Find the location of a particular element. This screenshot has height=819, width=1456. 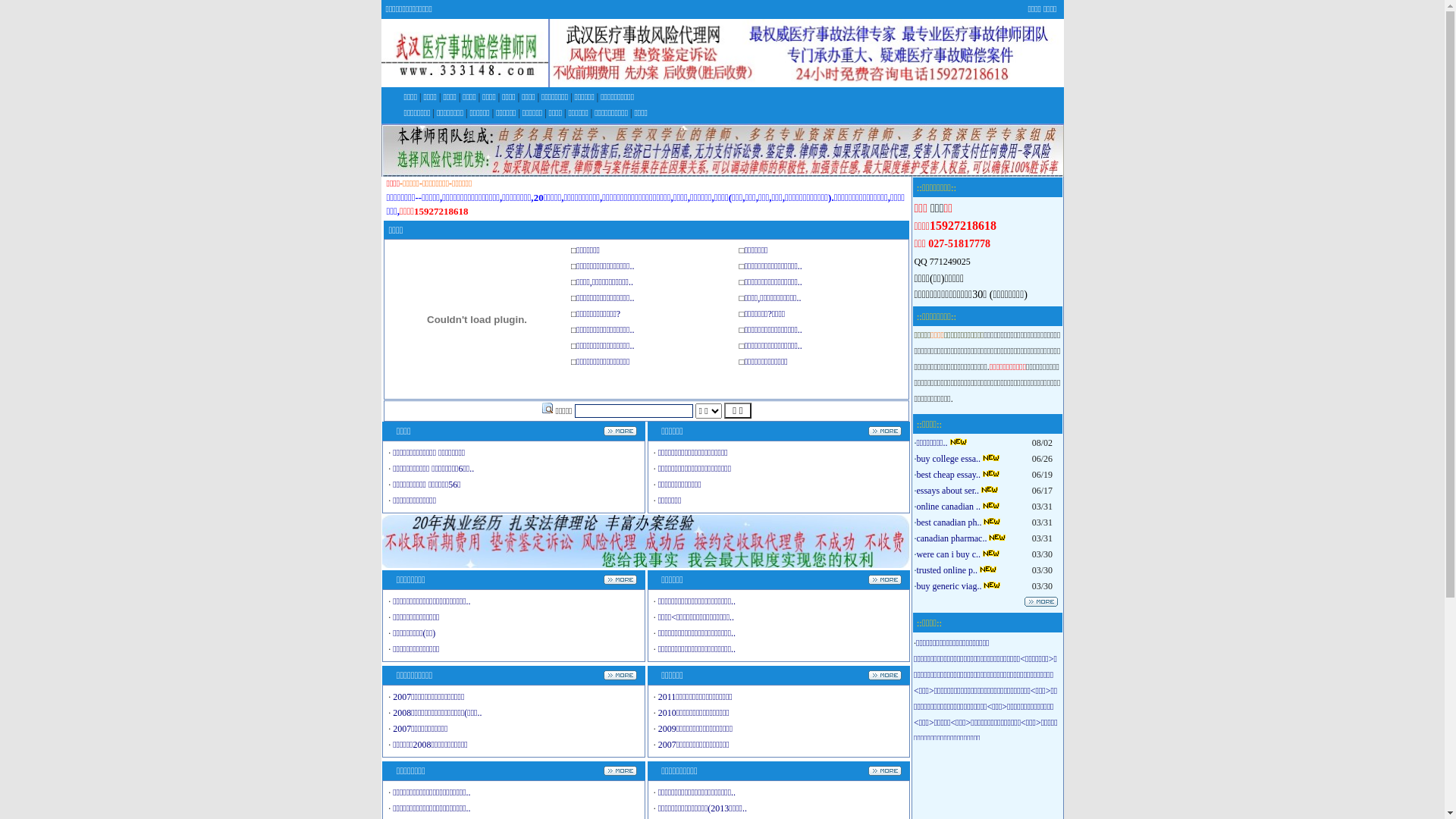

'were can i buy c..' is located at coordinates (947, 554).